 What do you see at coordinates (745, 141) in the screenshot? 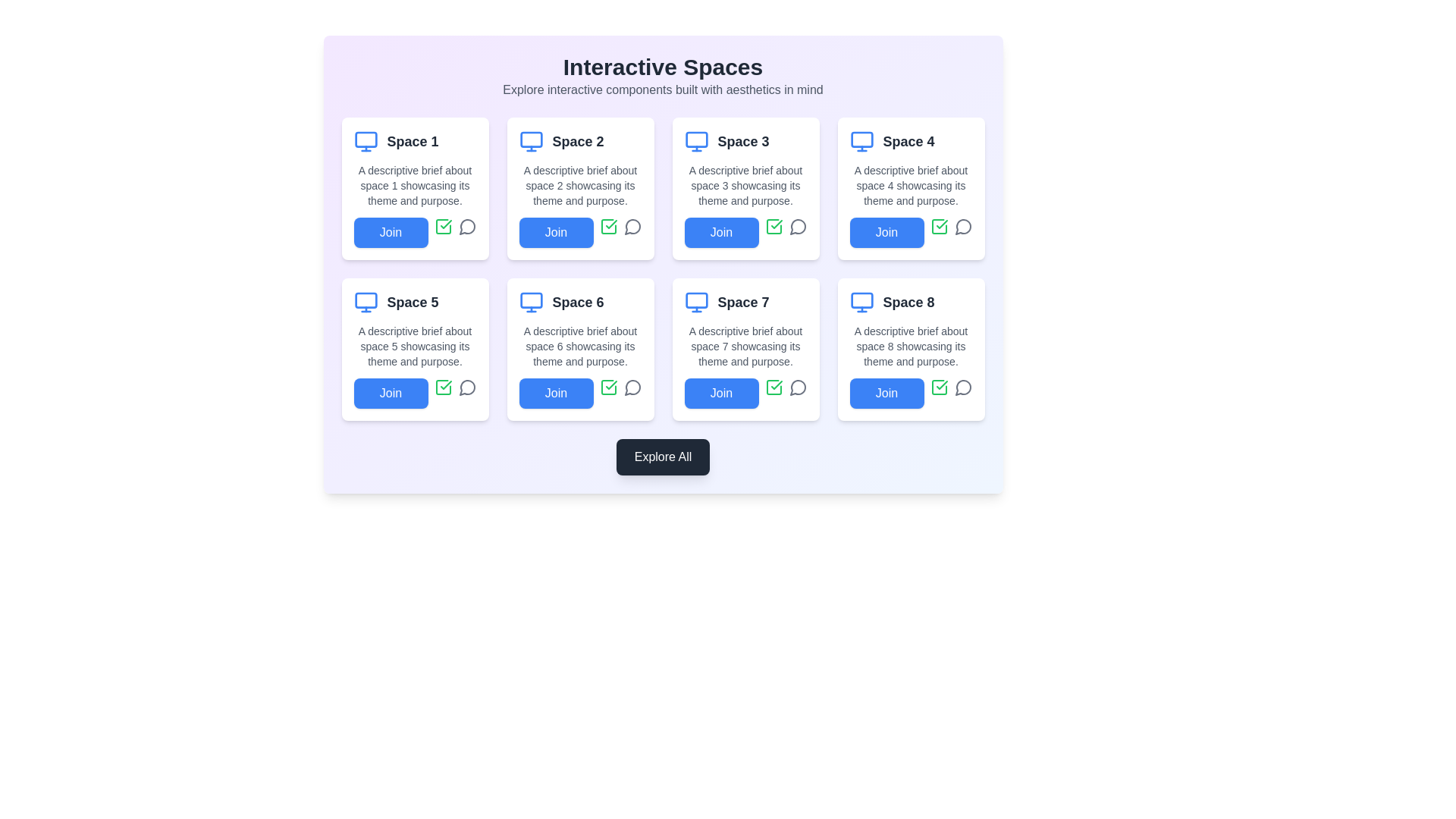
I see `the 'Space 3' label with the blue computer icon` at bounding box center [745, 141].